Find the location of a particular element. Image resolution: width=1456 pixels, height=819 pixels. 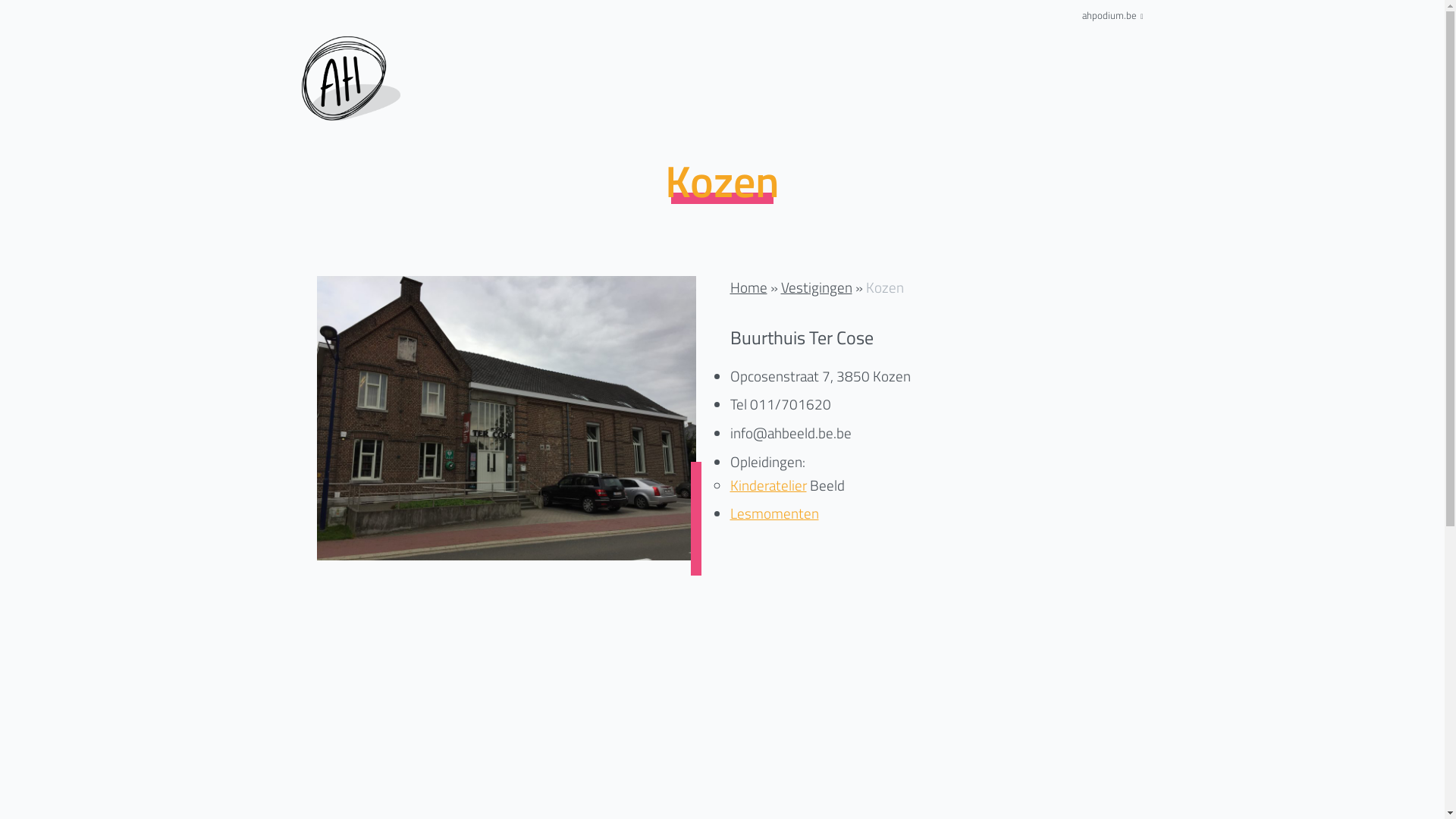

'Home' is located at coordinates (748, 287).